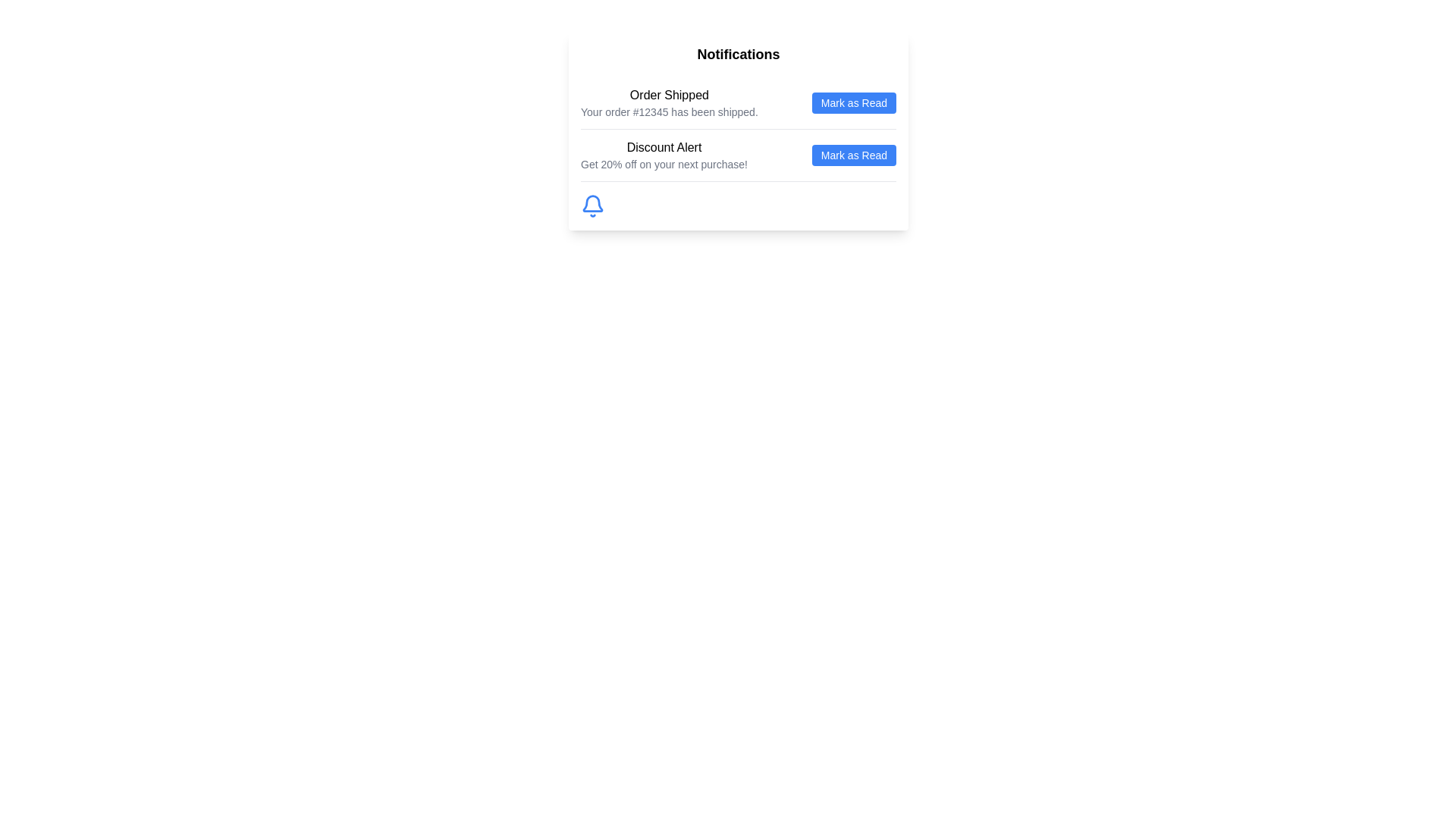 This screenshot has width=1456, height=819. I want to click on the title text of the notification that summarizes the notification's purpose, located at the top of the notification card, so click(668, 96).